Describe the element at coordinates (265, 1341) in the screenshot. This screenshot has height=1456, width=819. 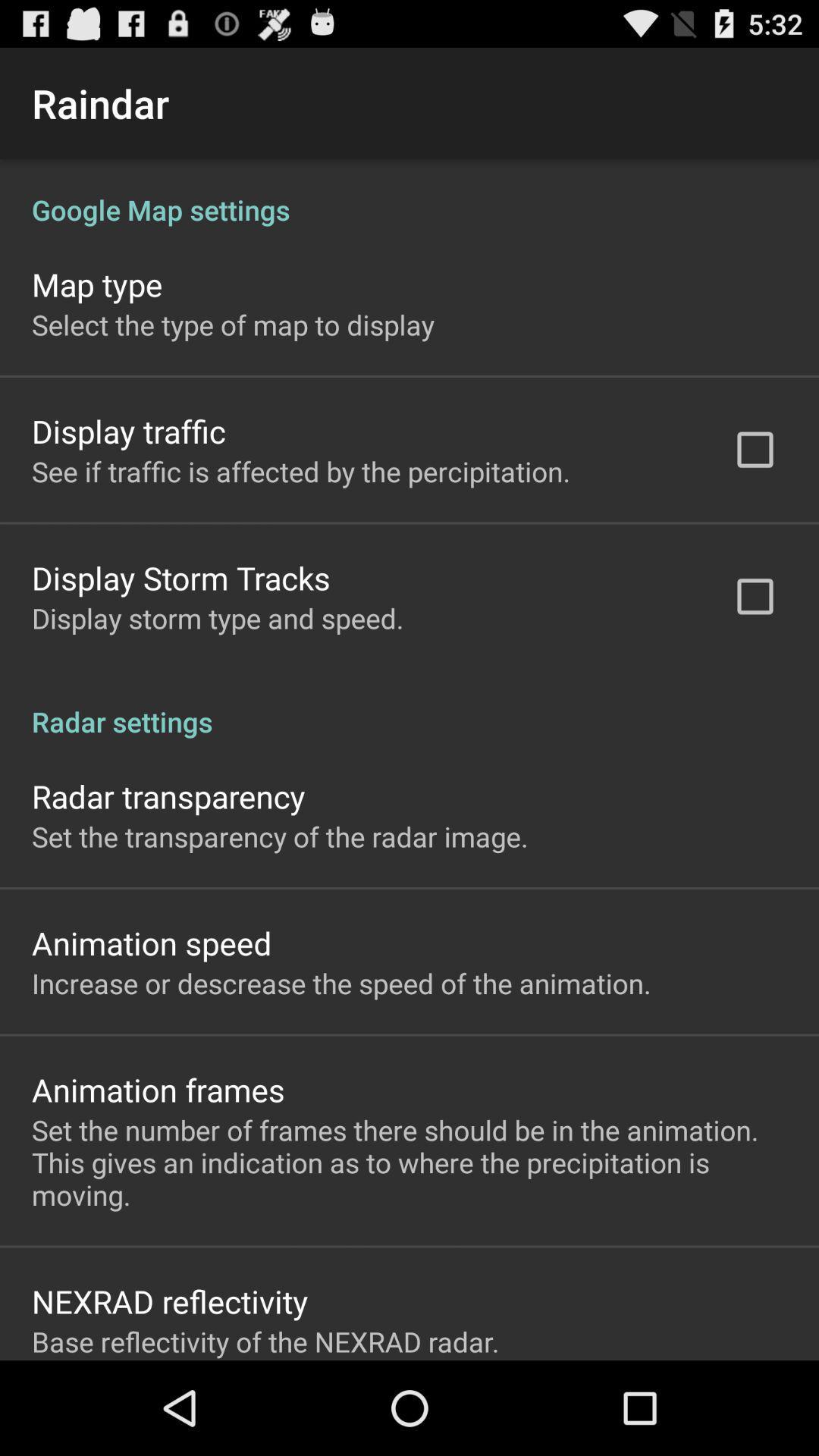
I see `the base reflectivity of` at that location.